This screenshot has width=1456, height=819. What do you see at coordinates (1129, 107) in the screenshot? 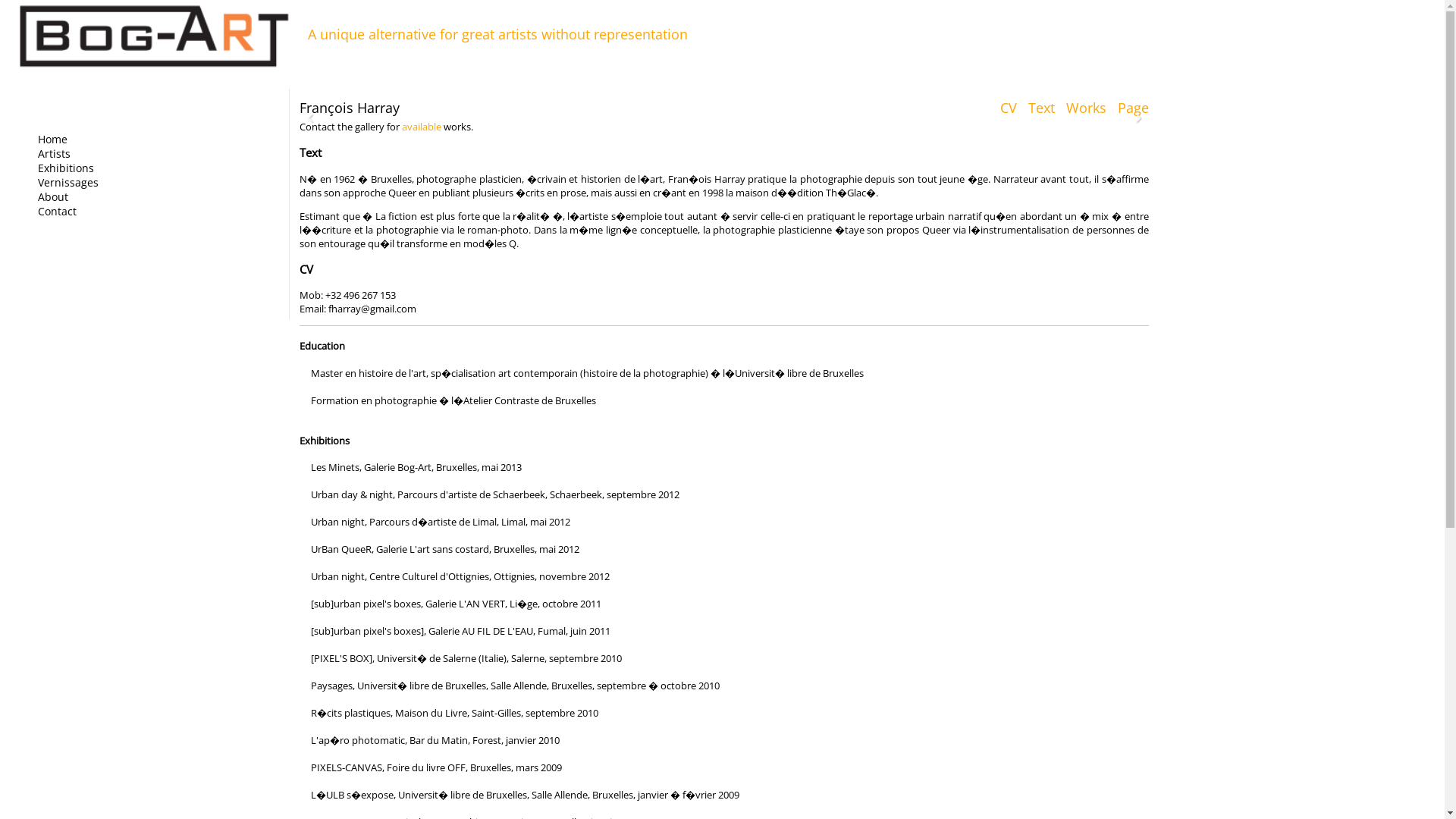
I see `'  Page'` at bounding box center [1129, 107].